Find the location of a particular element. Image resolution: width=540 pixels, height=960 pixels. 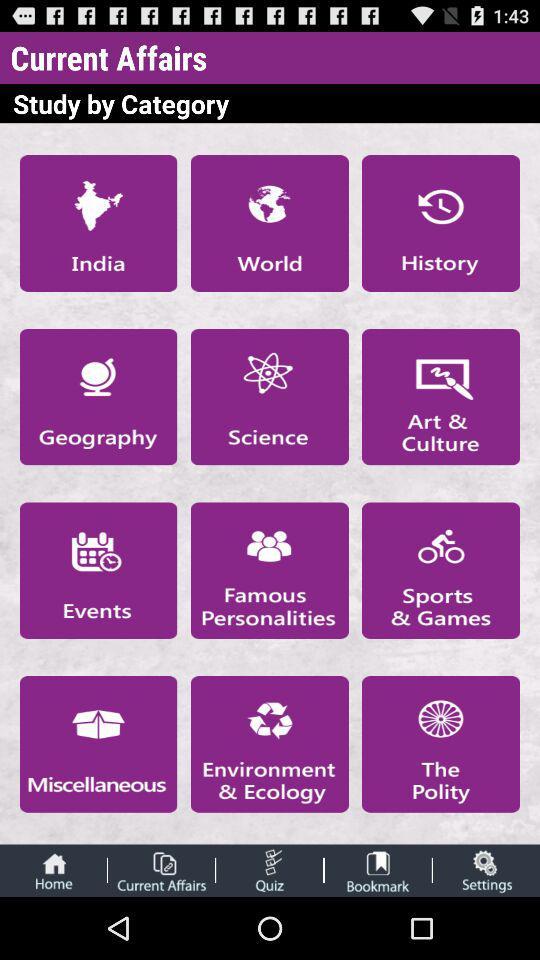

open new page is located at coordinates (269, 743).